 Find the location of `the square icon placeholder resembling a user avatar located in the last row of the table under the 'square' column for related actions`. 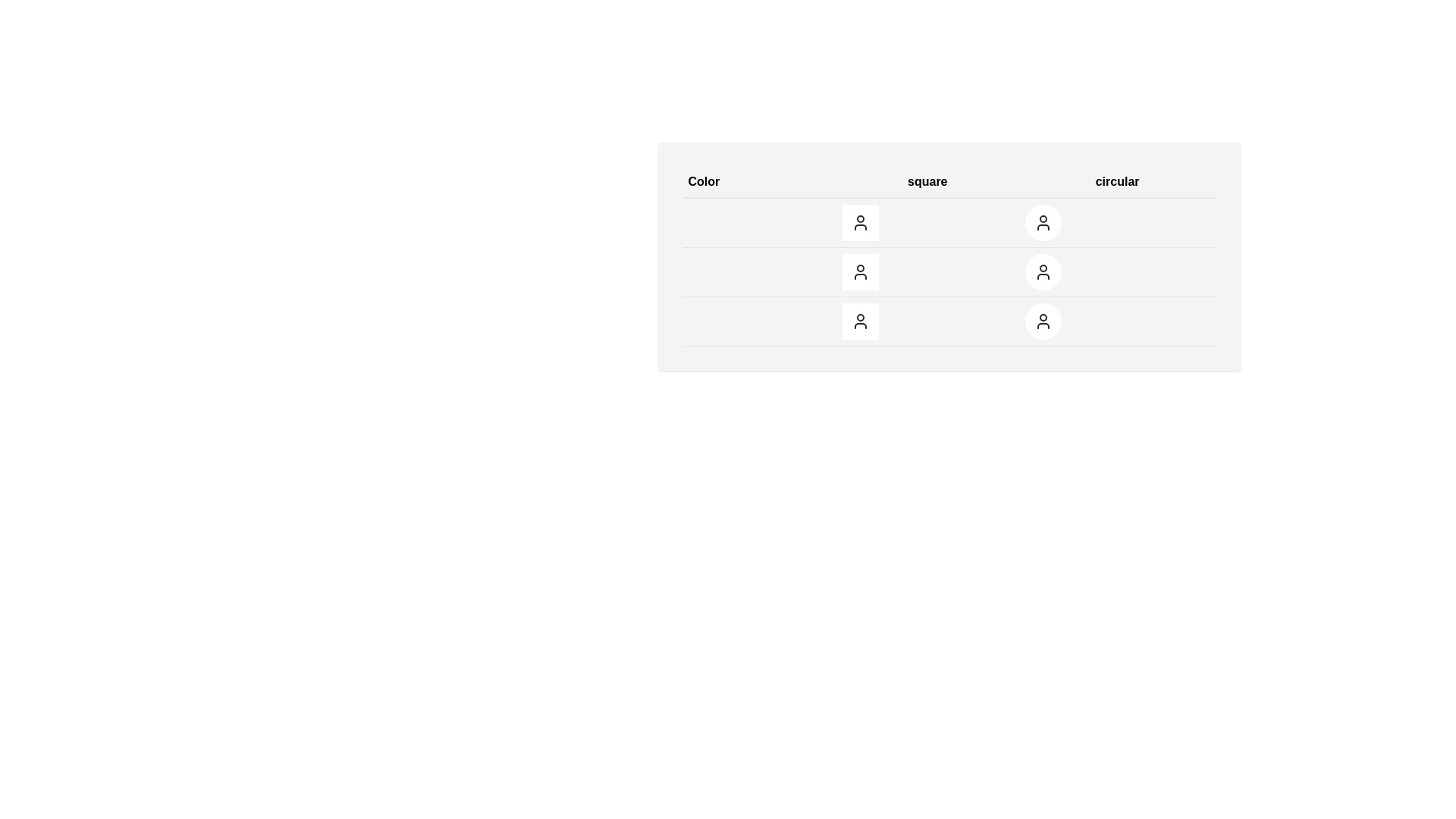

the square icon placeholder resembling a user avatar located in the last row of the table under the 'square' column for related actions is located at coordinates (948, 321).